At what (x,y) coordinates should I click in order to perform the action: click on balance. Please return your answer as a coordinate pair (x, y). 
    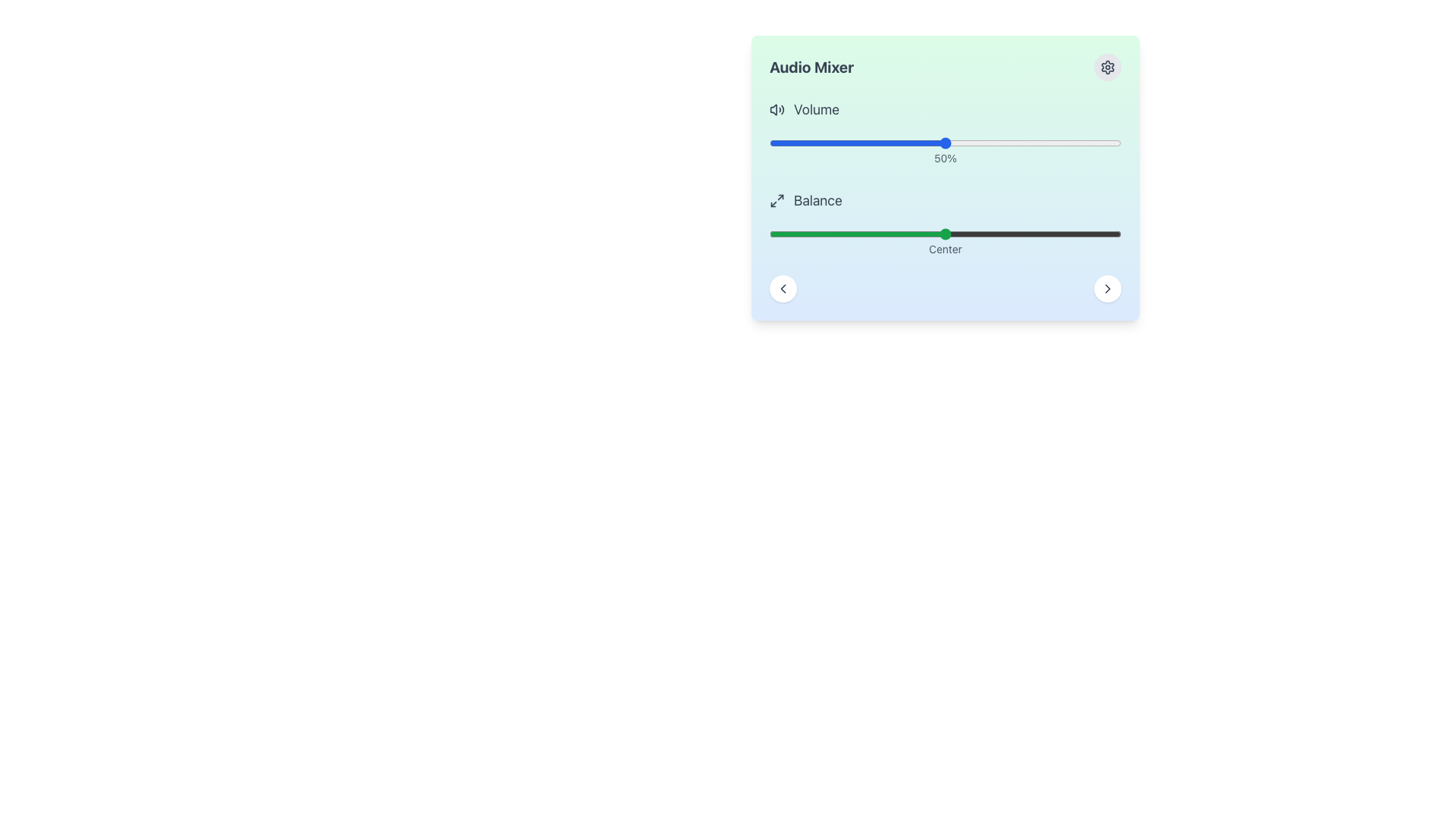
    Looking at the image, I should click on (948, 234).